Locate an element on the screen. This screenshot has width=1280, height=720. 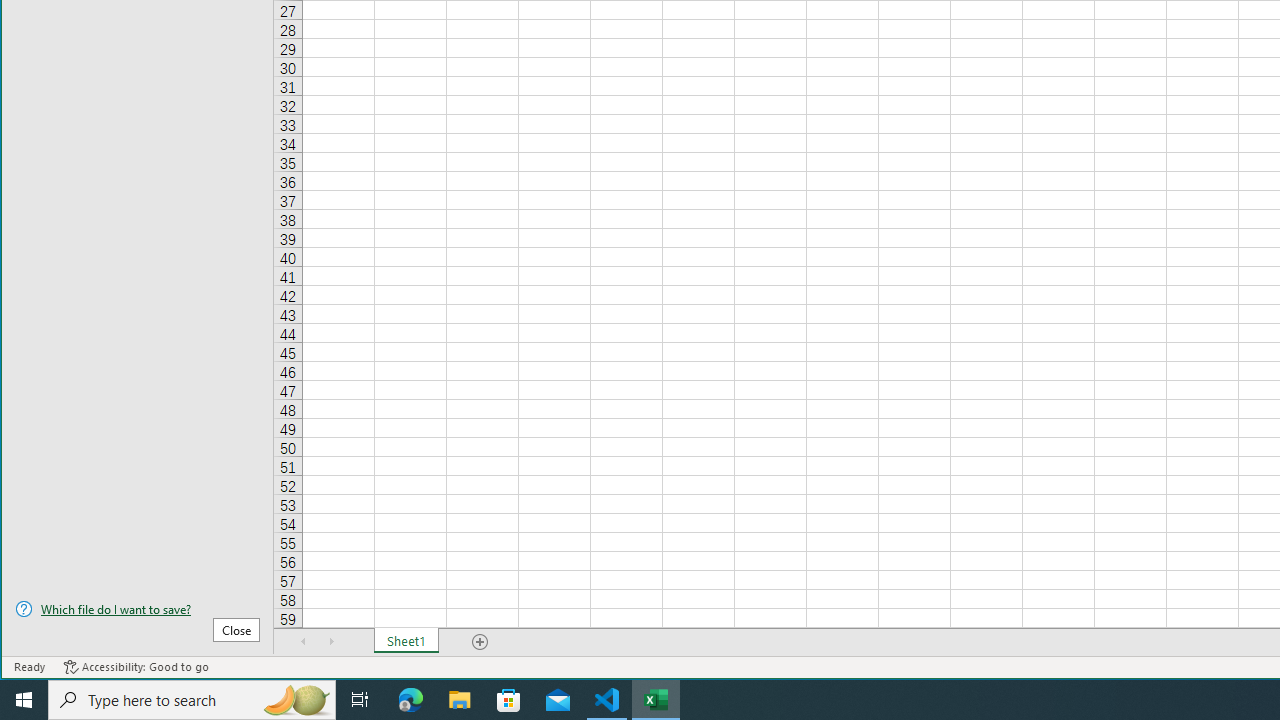
'Scroll Left' is located at coordinates (303, 641).